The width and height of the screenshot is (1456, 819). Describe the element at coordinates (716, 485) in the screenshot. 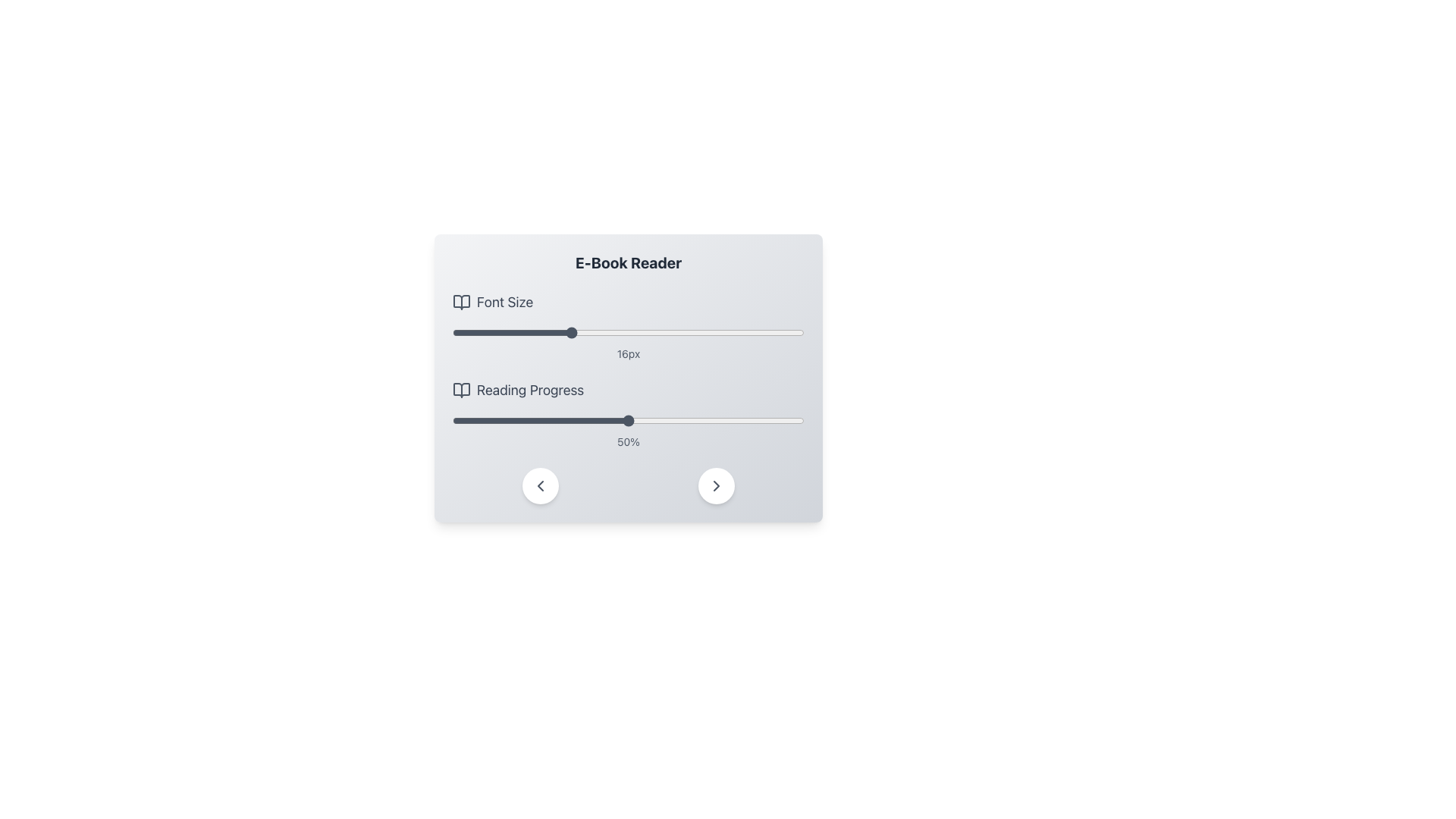

I see `the right-pointing chevron arrow icon located at the bottom-right corner of the central card-like widget` at that location.